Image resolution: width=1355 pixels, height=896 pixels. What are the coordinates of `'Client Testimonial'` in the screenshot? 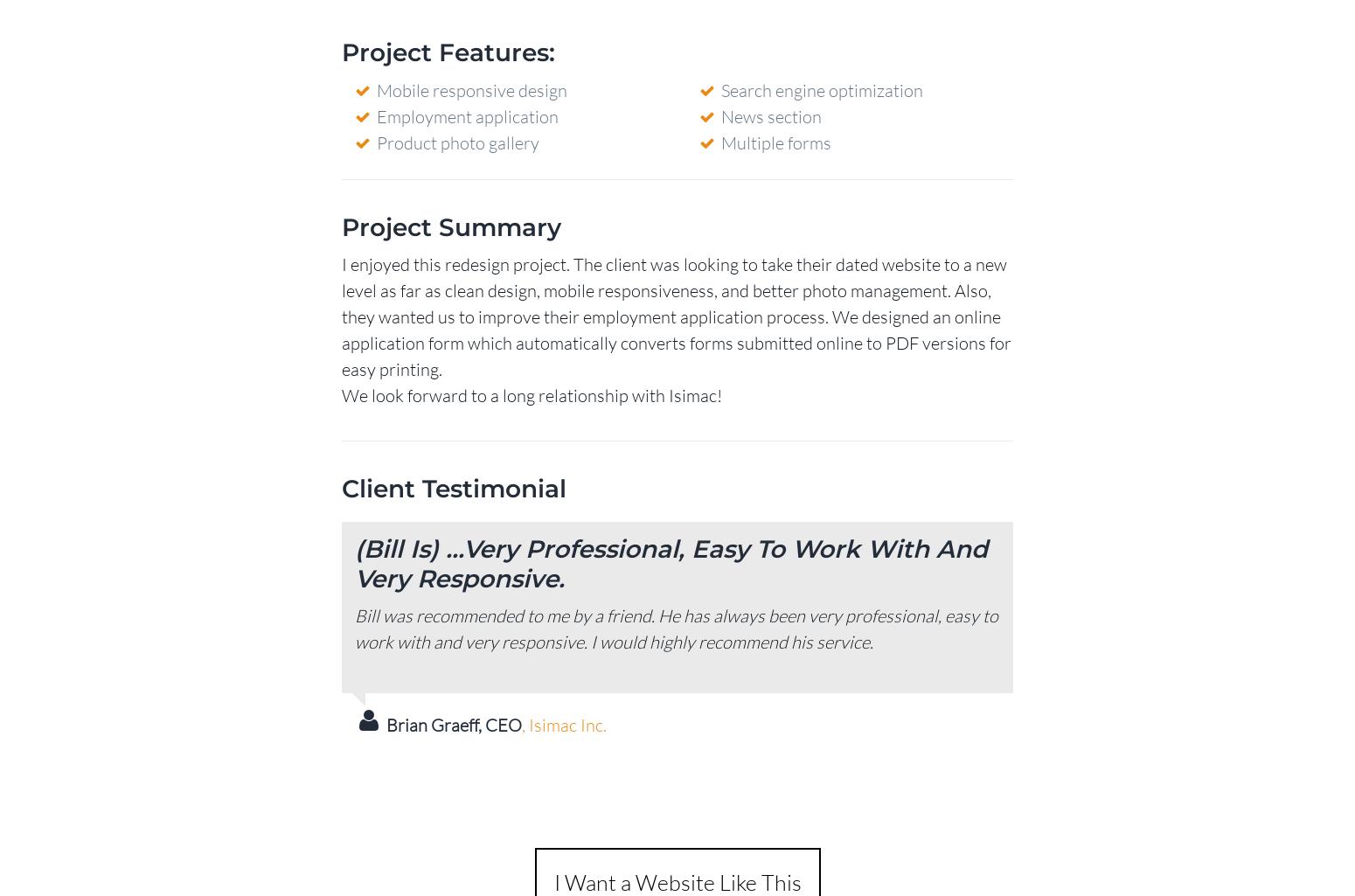 It's located at (453, 487).